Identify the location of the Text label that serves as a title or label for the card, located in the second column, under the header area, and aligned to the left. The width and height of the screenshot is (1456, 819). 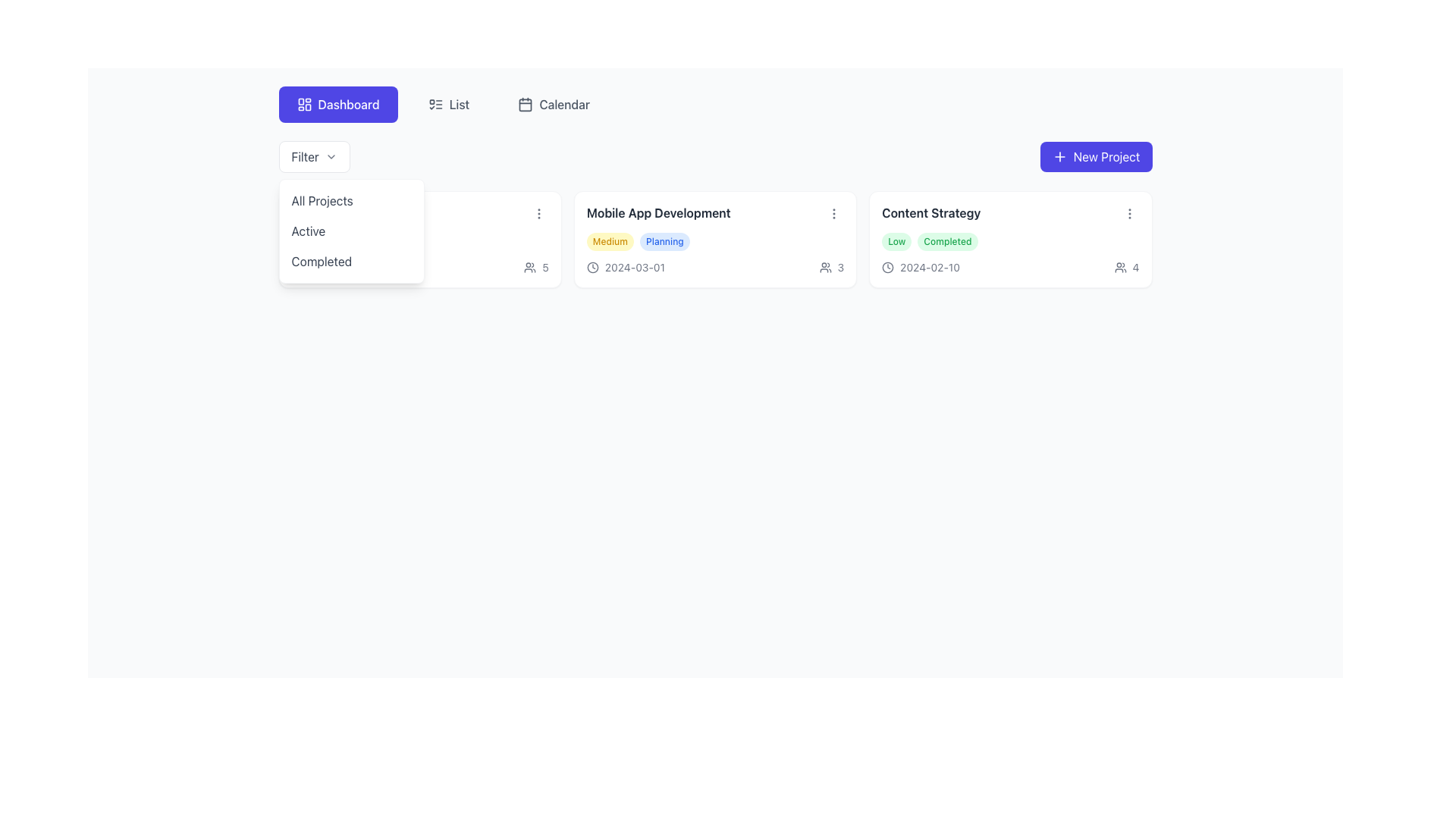
(658, 213).